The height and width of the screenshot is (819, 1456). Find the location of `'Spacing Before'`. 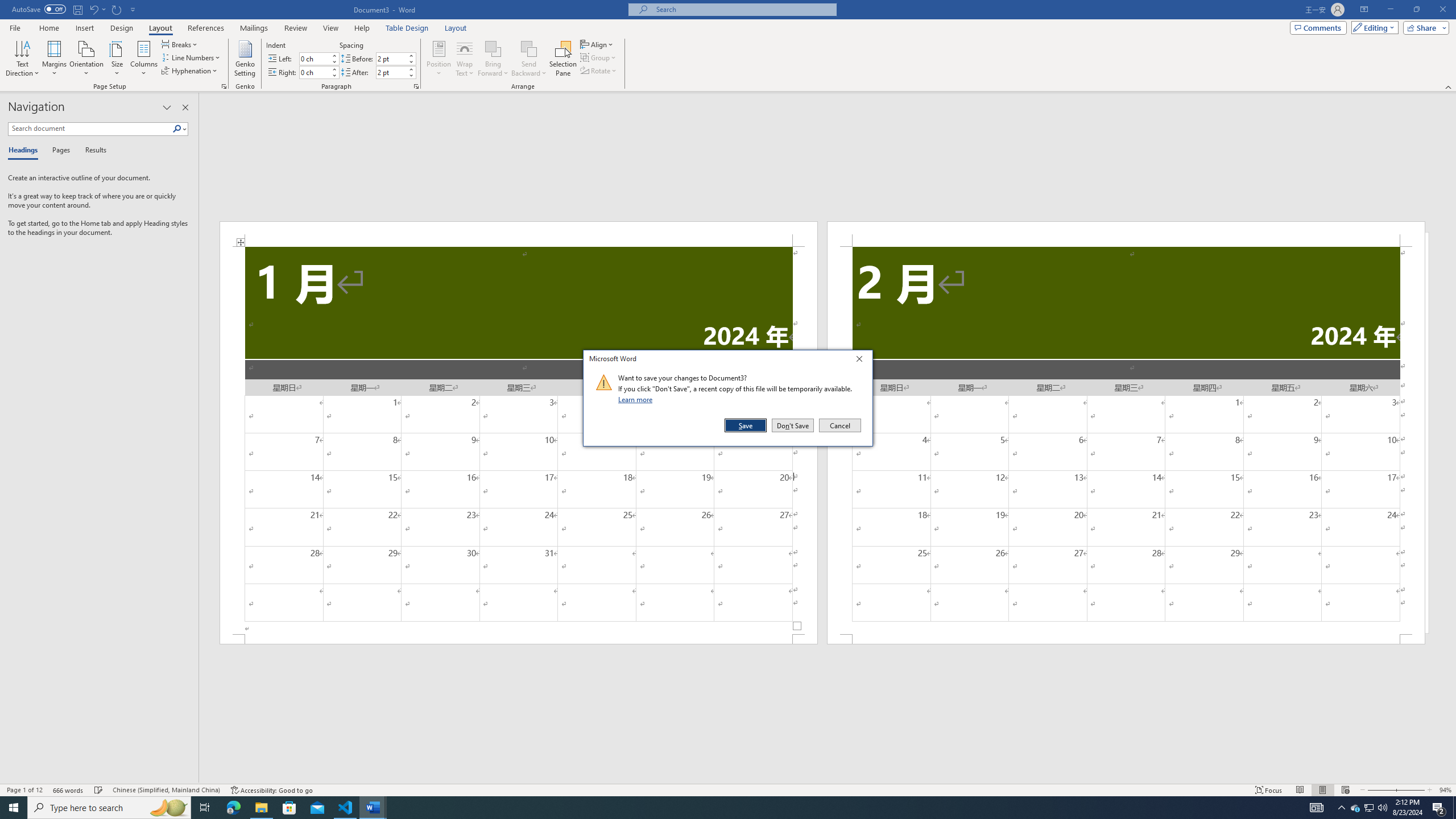

'Spacing Before' is located at coordinates (391, 58).